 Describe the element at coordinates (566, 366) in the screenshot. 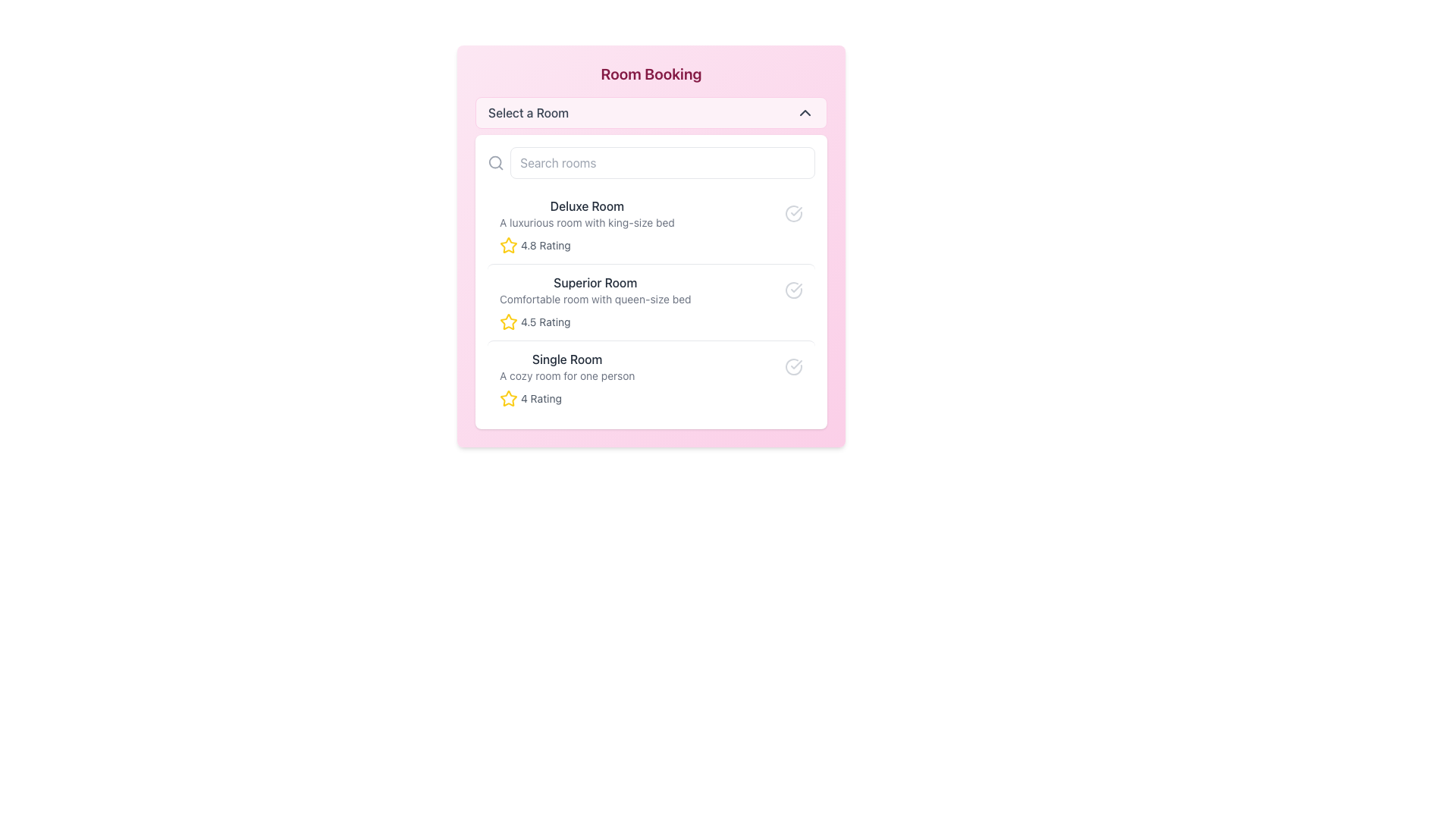

I see `text label that describes the room option located as the third entry in the 'Room Booking' selection interface, situated between the 'Superior Room' entry and a rating indicator` at that location.